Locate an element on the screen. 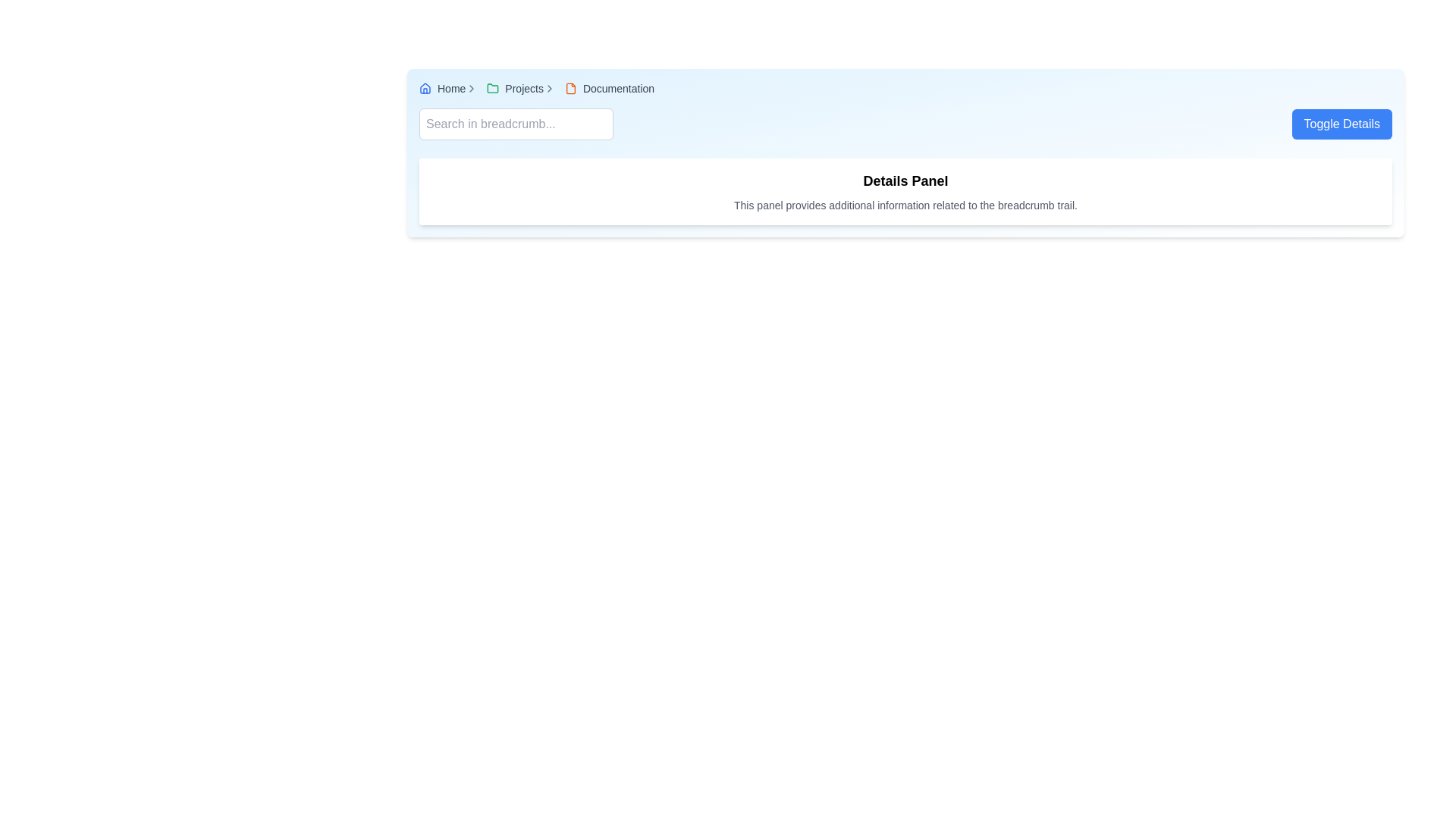 This screenshot has height=819, width=1456. the first hyperlink in the breadcrumb navigation bar at the top-left corner is located at coordinates (441, 88).